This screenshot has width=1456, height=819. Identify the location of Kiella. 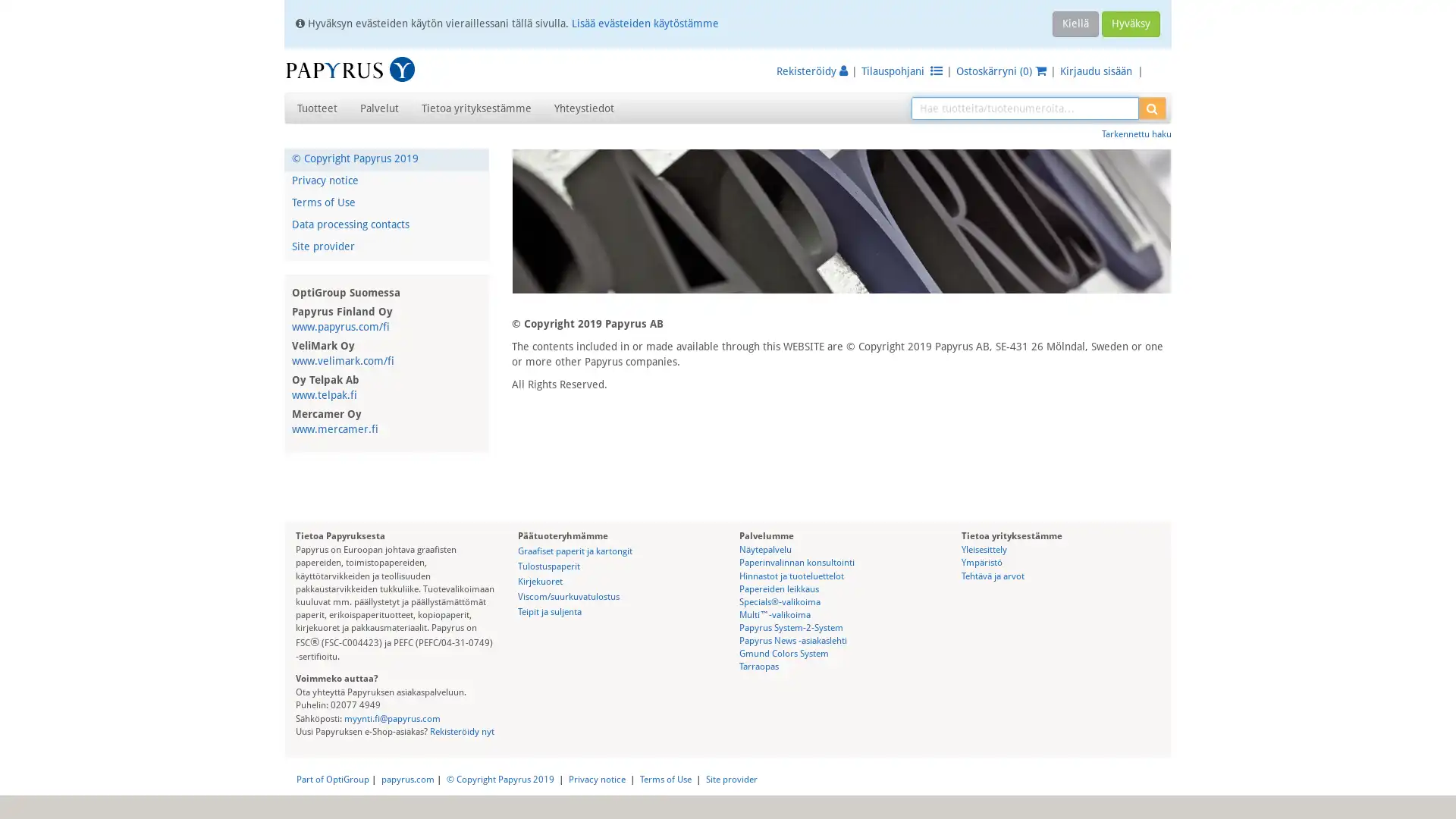
(1075, 24).